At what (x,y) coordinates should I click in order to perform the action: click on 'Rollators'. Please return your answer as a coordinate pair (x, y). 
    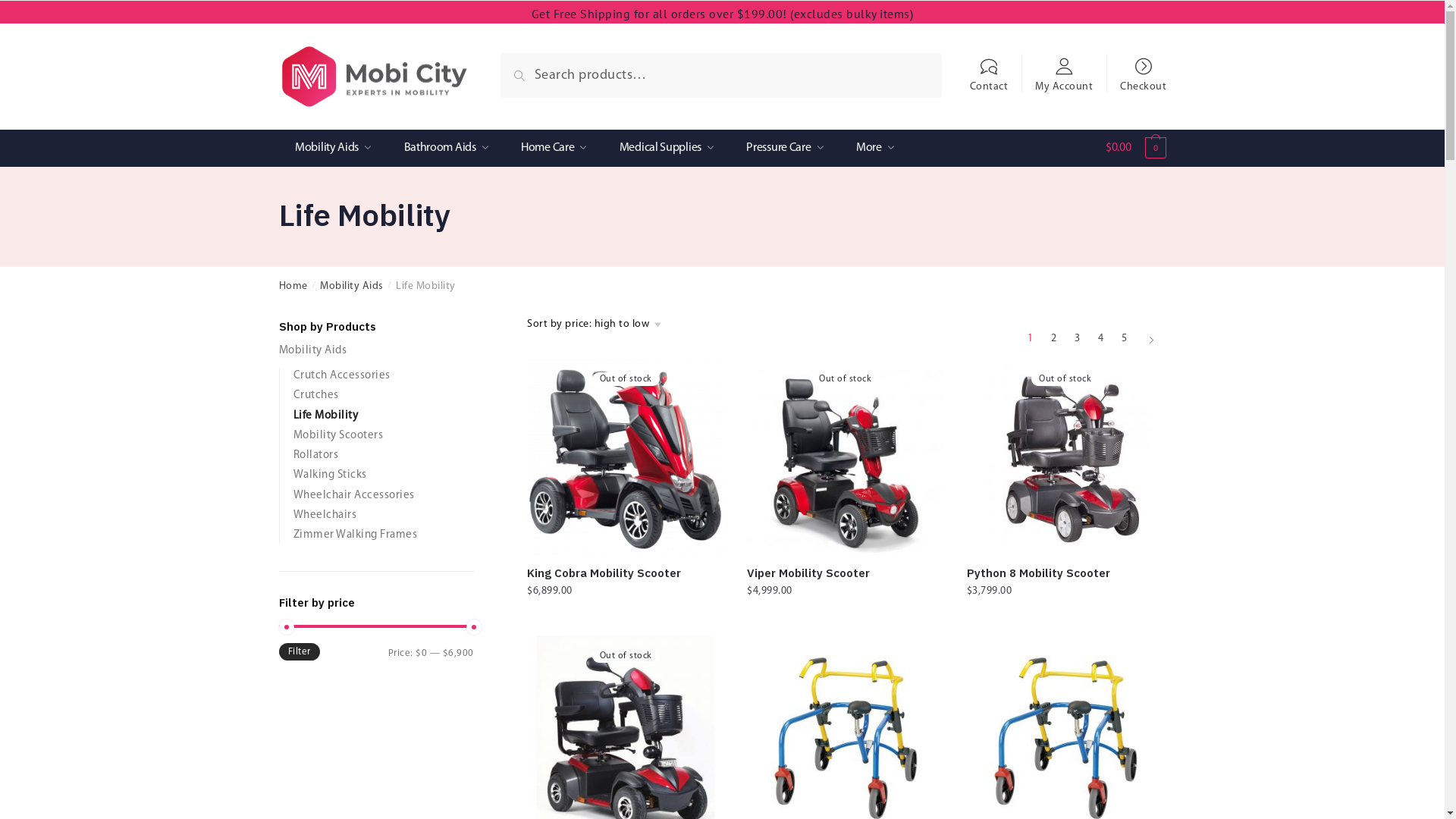
    Looking at the image, I should click on (315, 454).